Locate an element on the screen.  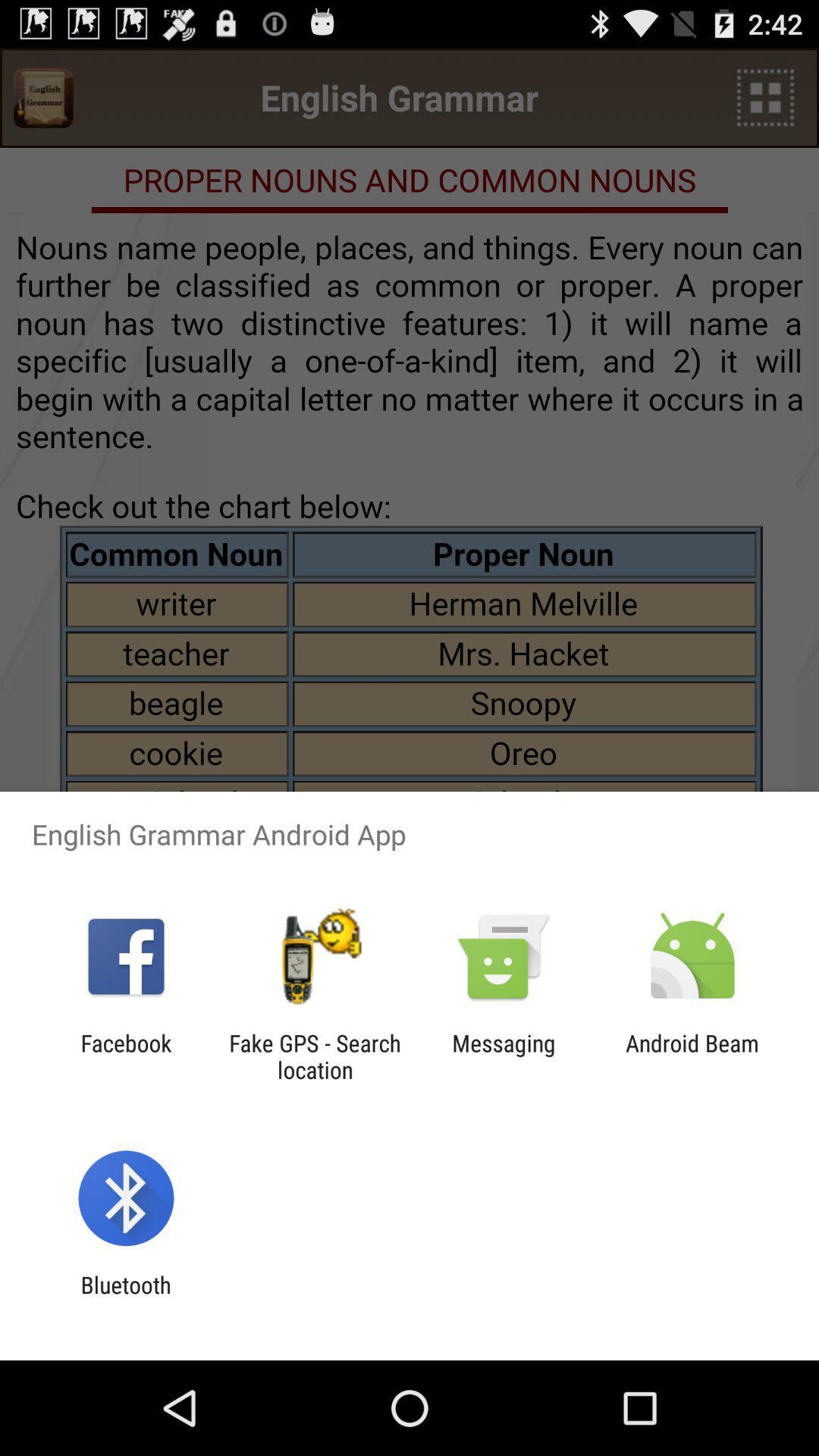
item at the bottom right corner is located at coordinates (692, 1056).